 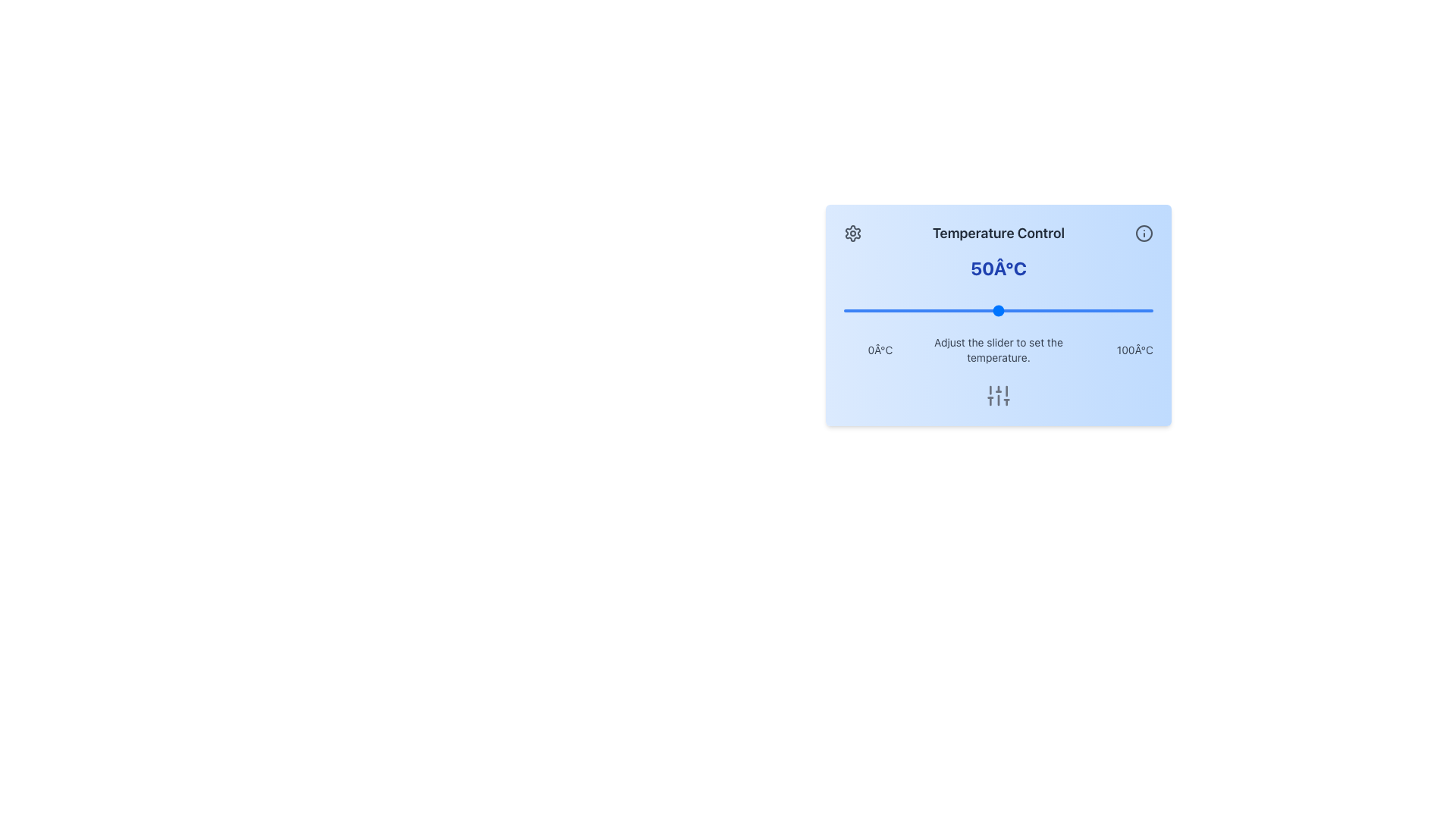 I want to click on the graphical circle SVG element located in the top-right corner of the temperature control UI card, which is part of an info or warning icon, so click(x=1144, y=234).